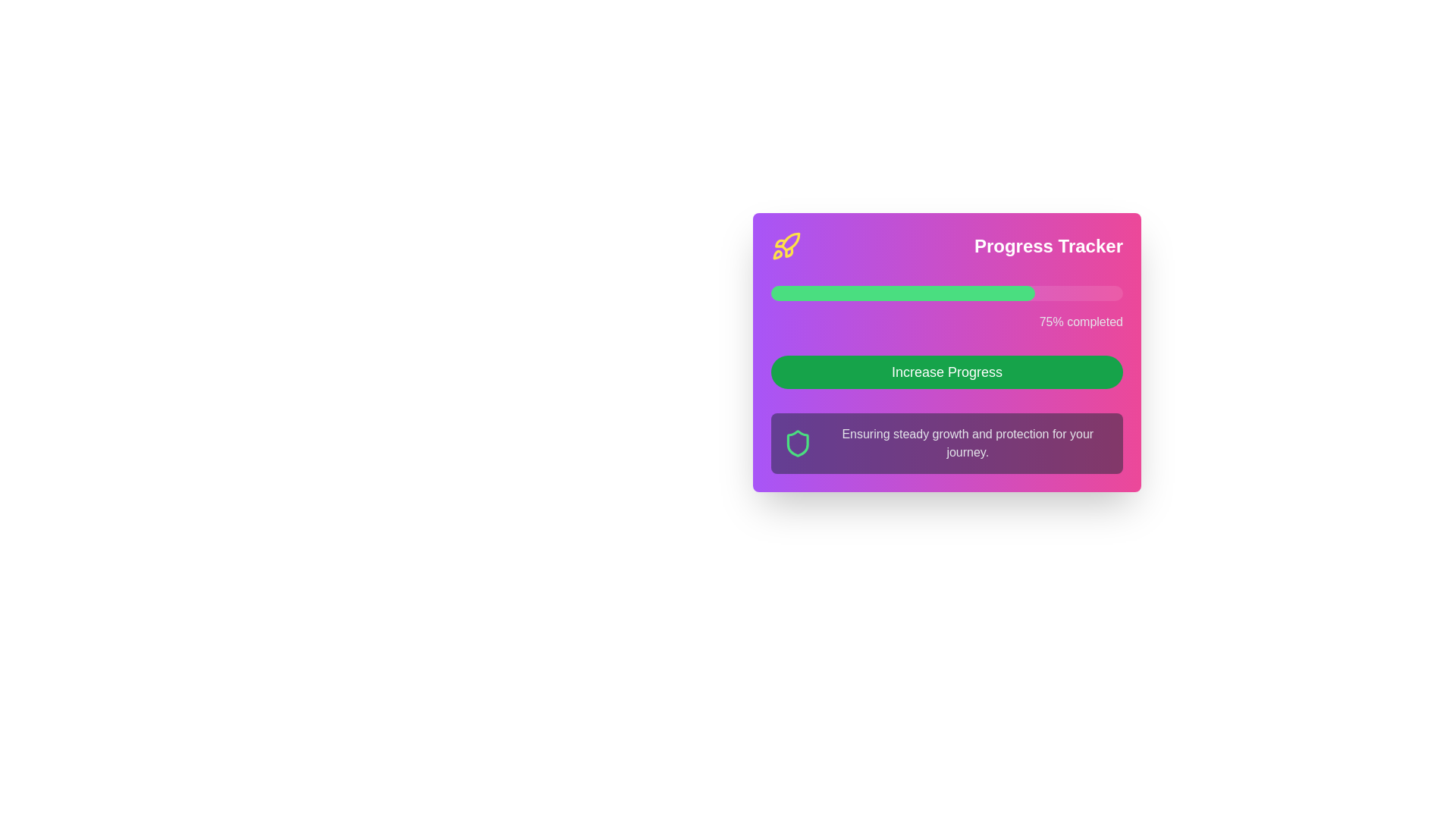  What do you see at coordinates (946, 372) in the screenshot?
I see `the progress button located beneath the progress bar in the 'Progress Tracker' panel to observe the hover effect` at bounding box center [946, 372].